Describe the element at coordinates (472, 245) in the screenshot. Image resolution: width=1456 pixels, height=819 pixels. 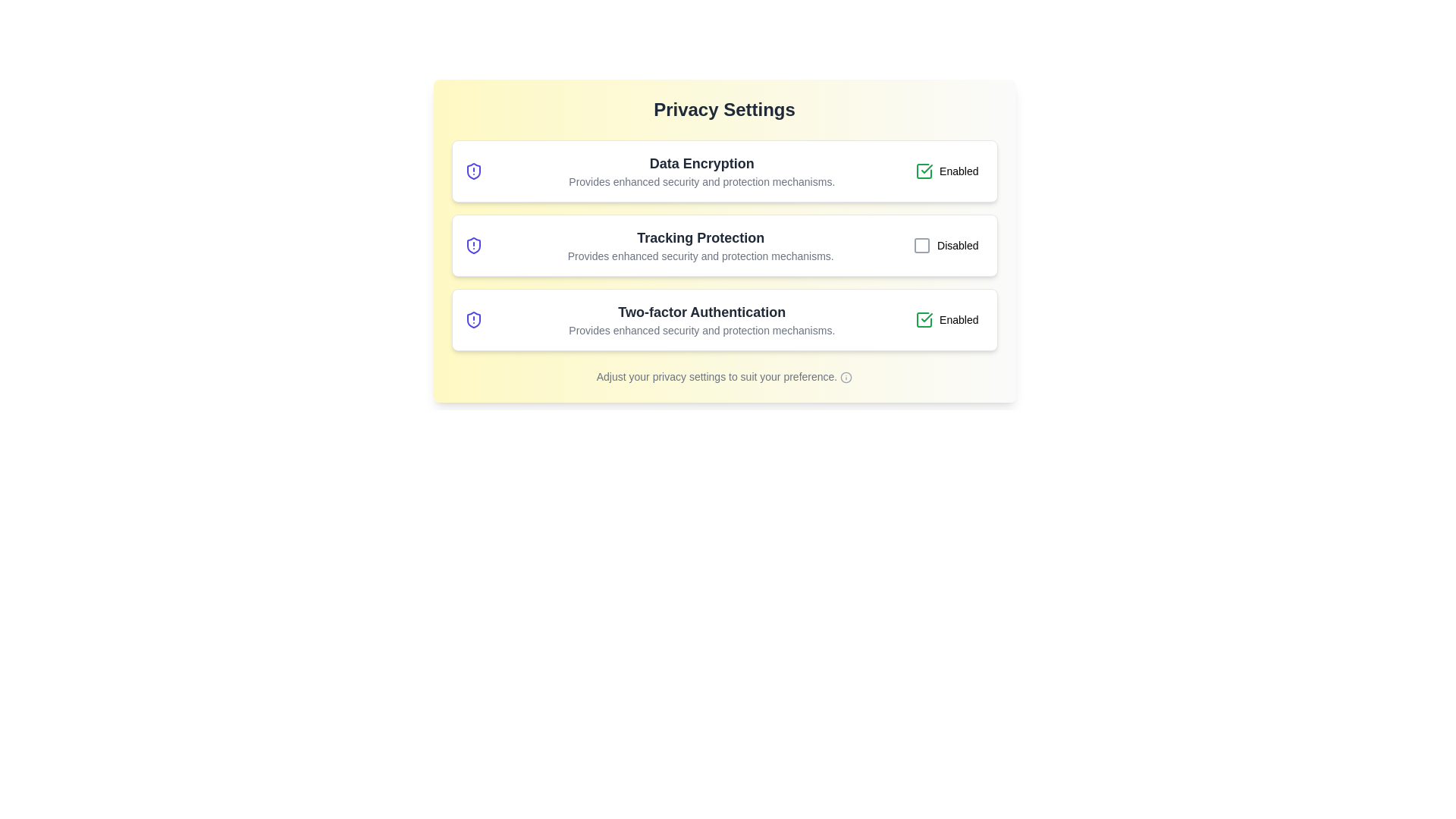
I see `the details of the 'Tracking Protection' icon, which is a shield with an alert symbol indicating issues requiring special attention, located in the central card of the 'Privacy Settings' section` at that location.